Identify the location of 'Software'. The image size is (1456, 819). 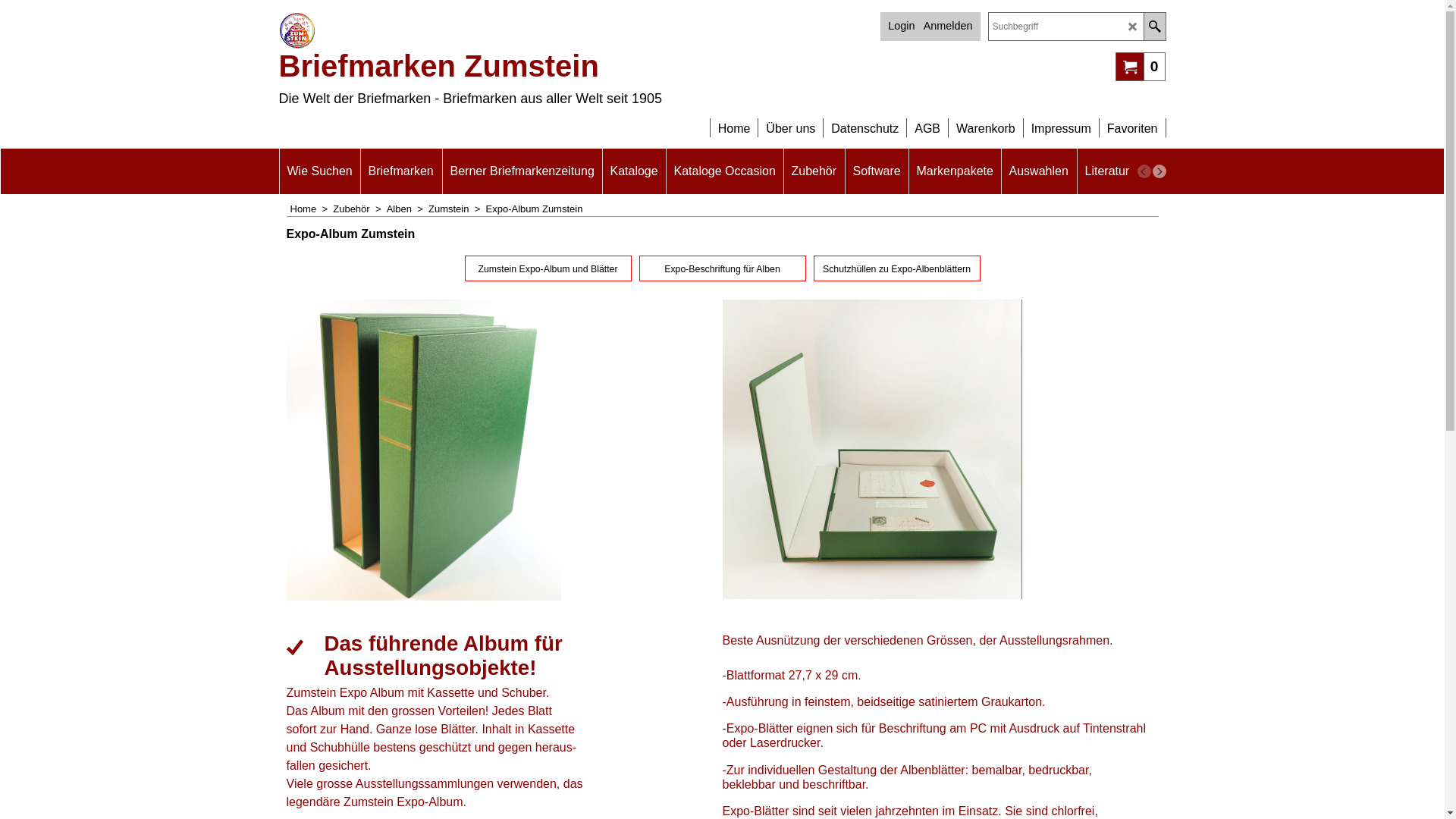
(876, 171).